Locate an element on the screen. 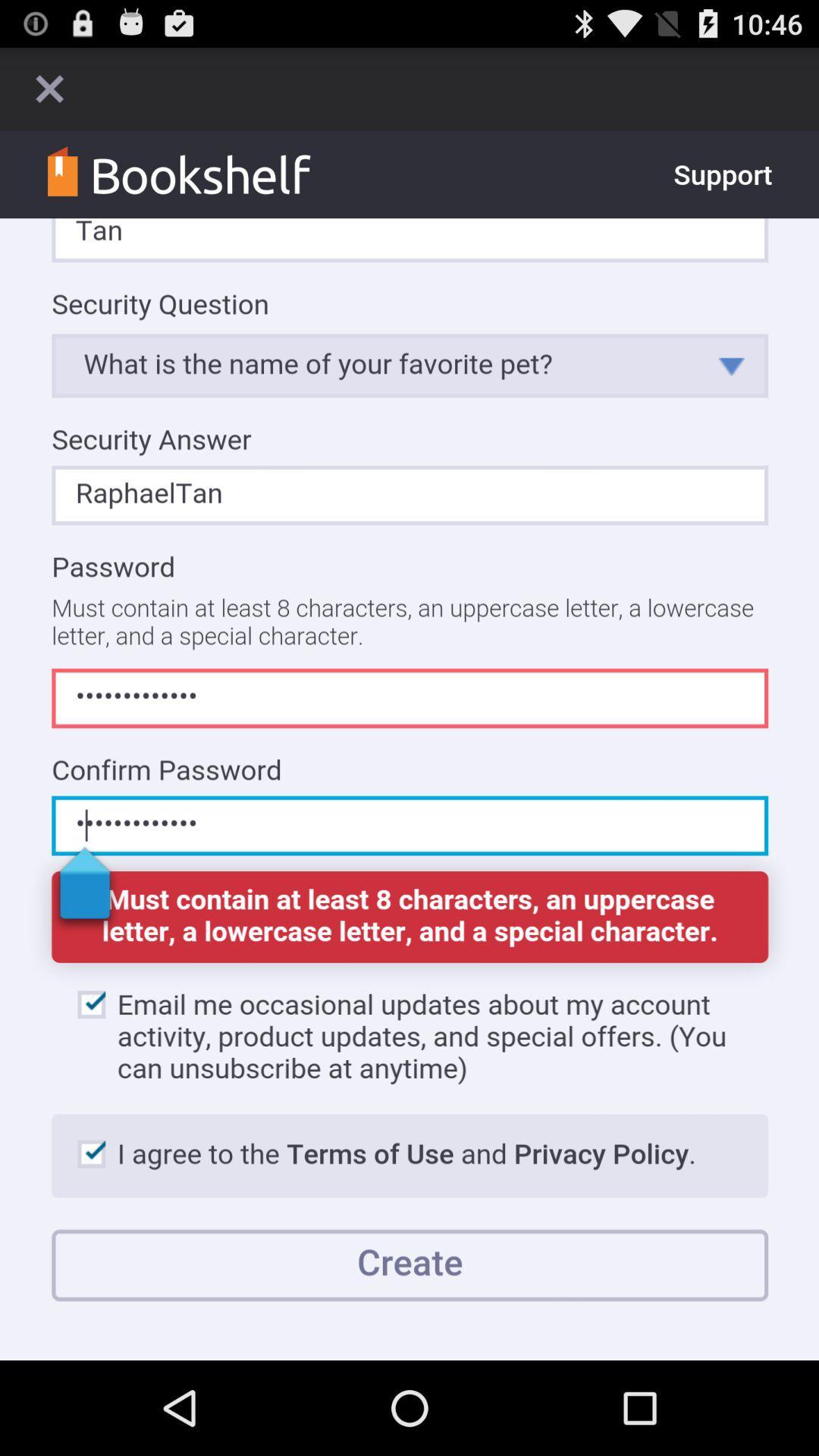  the close icon is located at coordinates (49, 94).